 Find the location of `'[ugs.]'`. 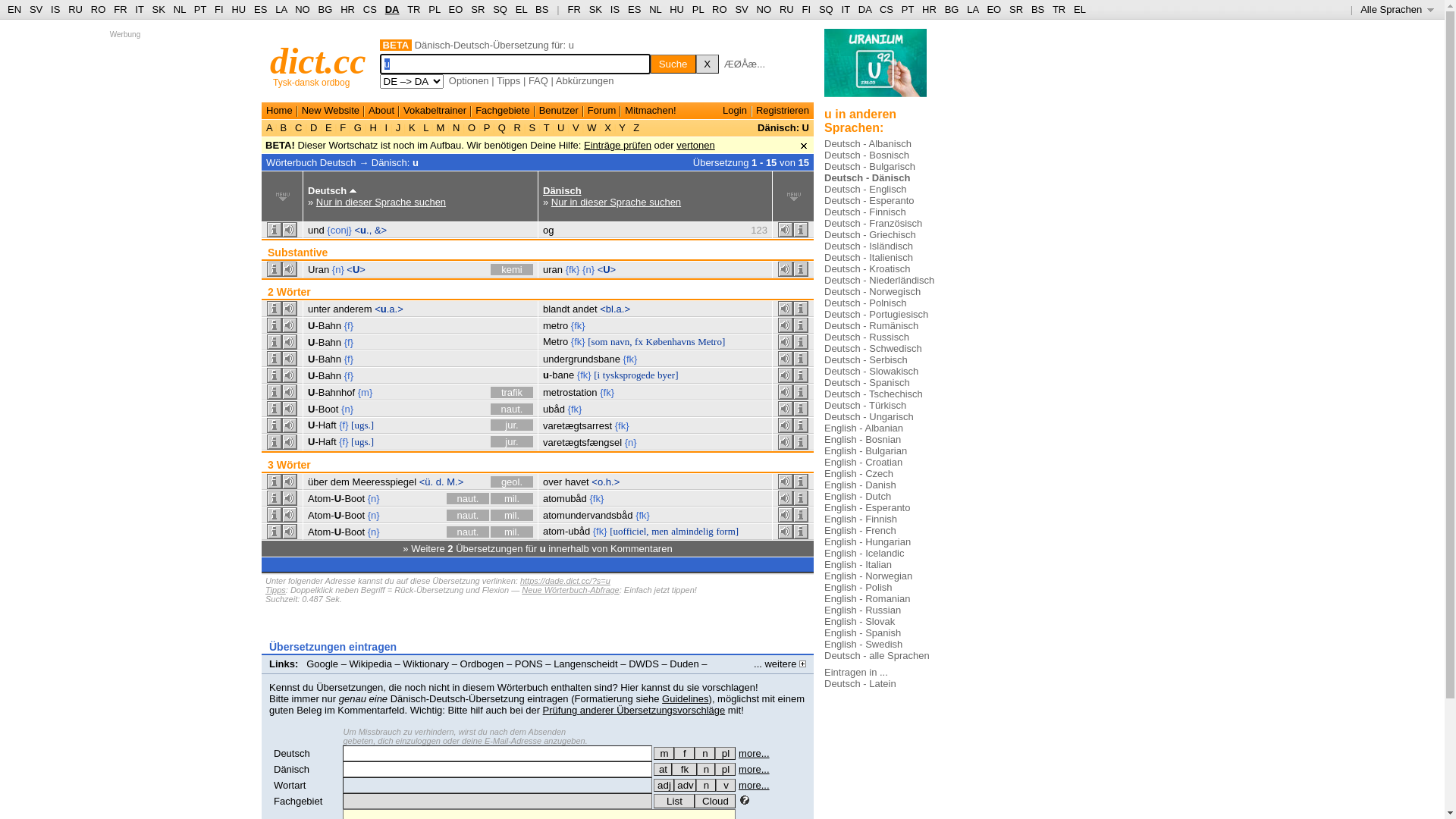

'[ugs.]' is located at coordinates (362, 441).